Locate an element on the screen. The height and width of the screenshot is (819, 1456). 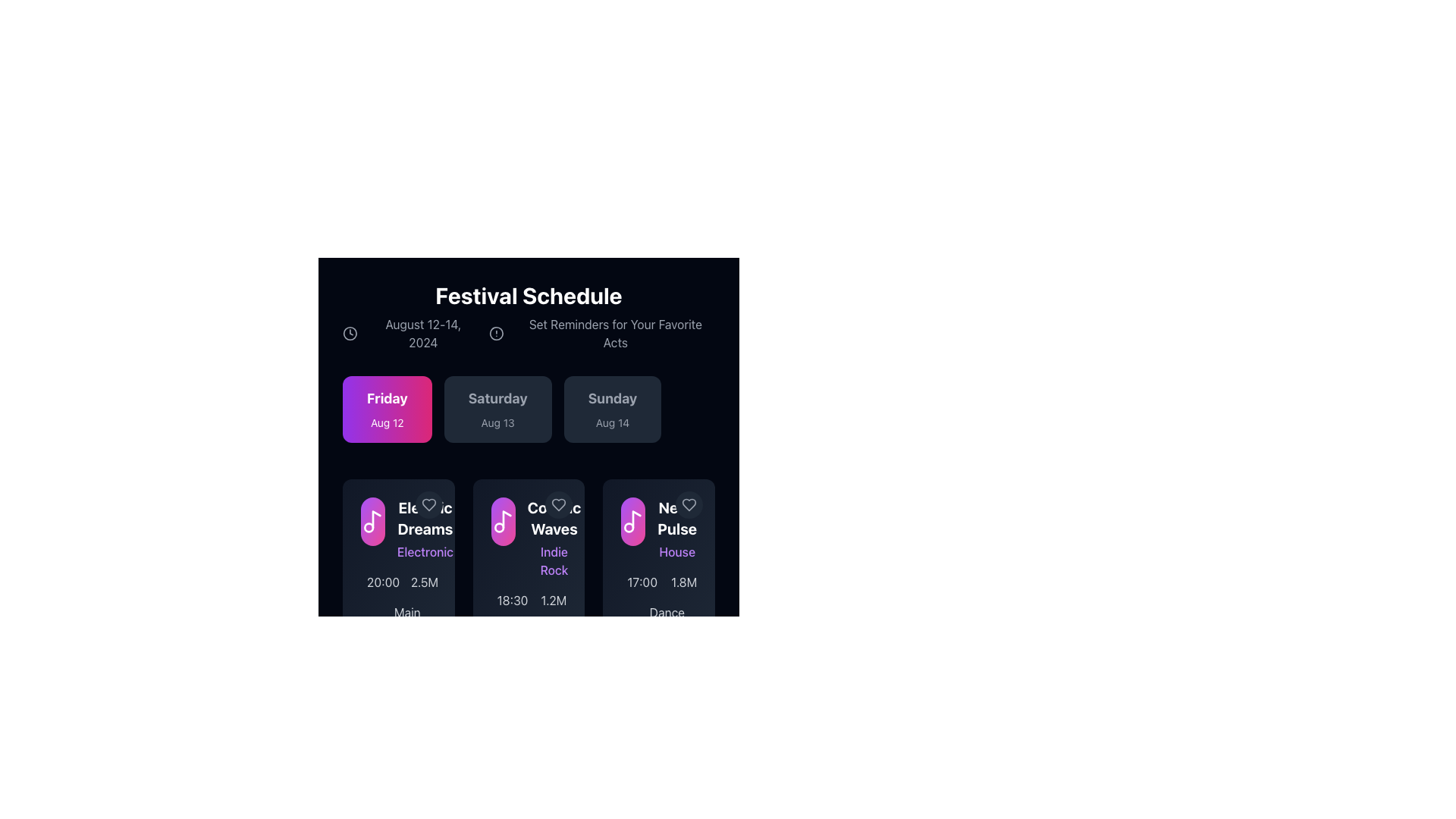
the static text label that describes the genre of the event associated with the 'Neon Pulse' card, which displays the text 'House' located below the title in the third column under the 'Friday' section is located at coordinates (676, 552).